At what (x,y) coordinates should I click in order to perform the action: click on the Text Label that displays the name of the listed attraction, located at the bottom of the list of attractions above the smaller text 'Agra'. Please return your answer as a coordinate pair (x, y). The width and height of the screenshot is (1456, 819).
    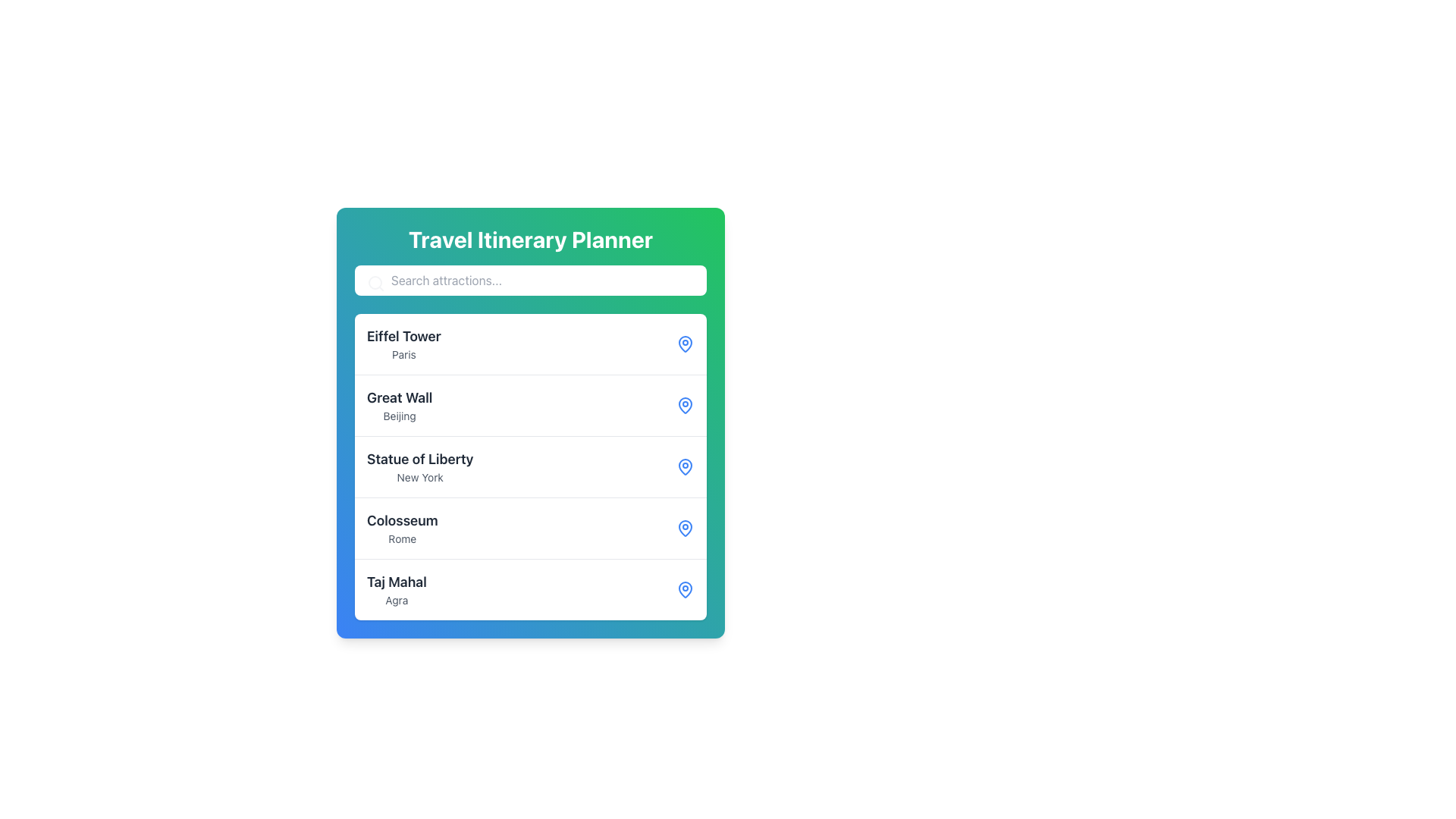
    Looking at the image, I should click on (397, 581).